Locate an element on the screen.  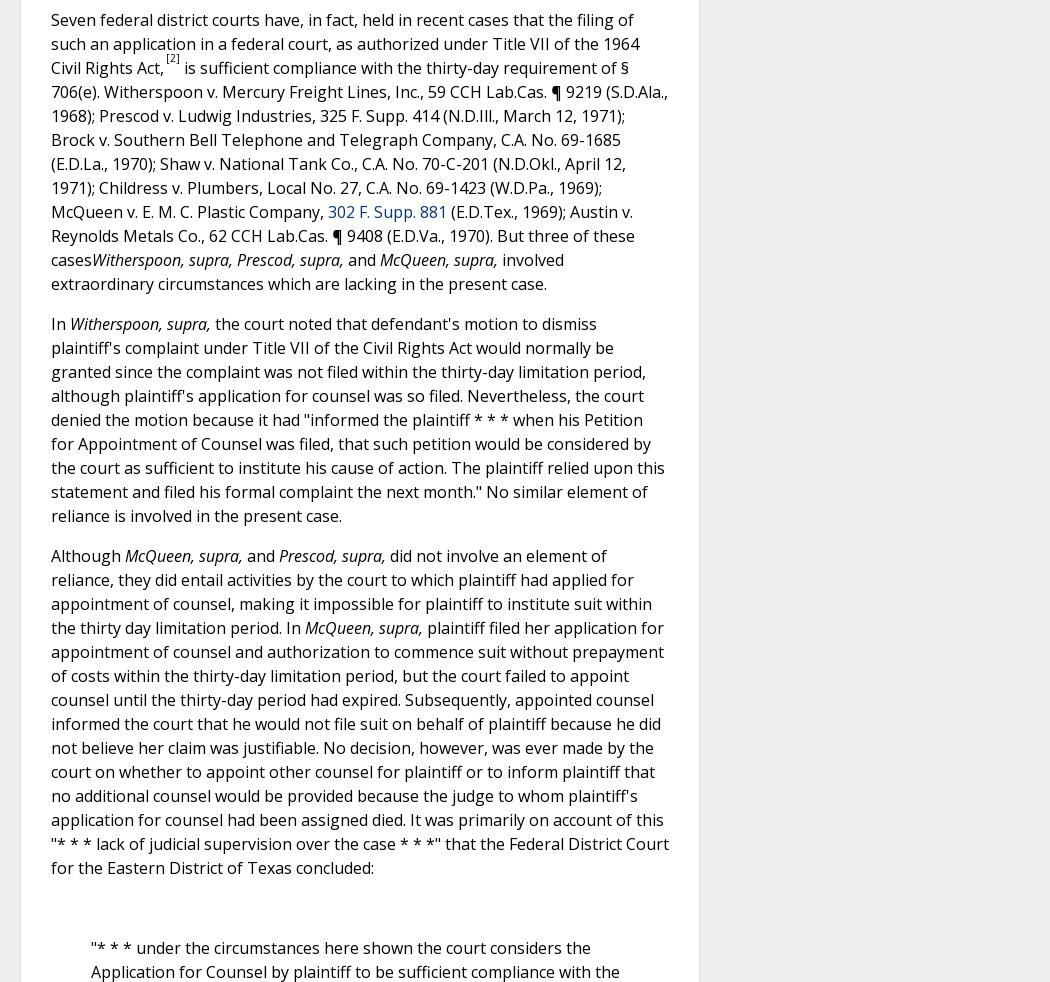
'did not involve an element of reliance, they did entail activities by the court to which plaintiff had applied for appointment of counsel, making it impossible for plaintiff to institute suit within the thirty day limitation period. In' is located at coordinates (50, 589).